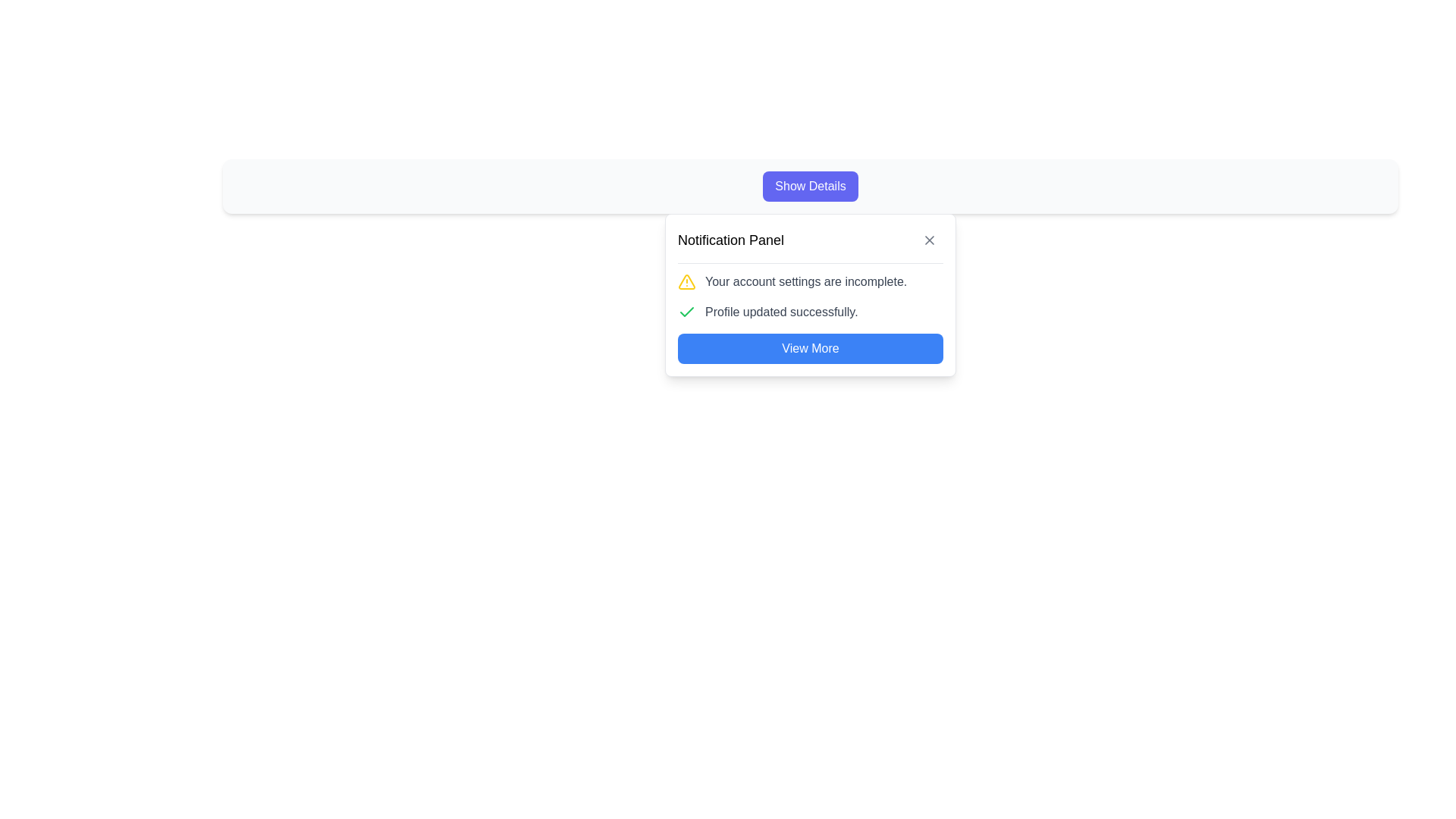 This screenshot has height=819, width=1456. What do you see at coordinates (731, 239) in the screenshot?
I see `the Text Label at the top-left corner of the notification card header, which serves as the title or heading for context` at bounding box center [731, 239].